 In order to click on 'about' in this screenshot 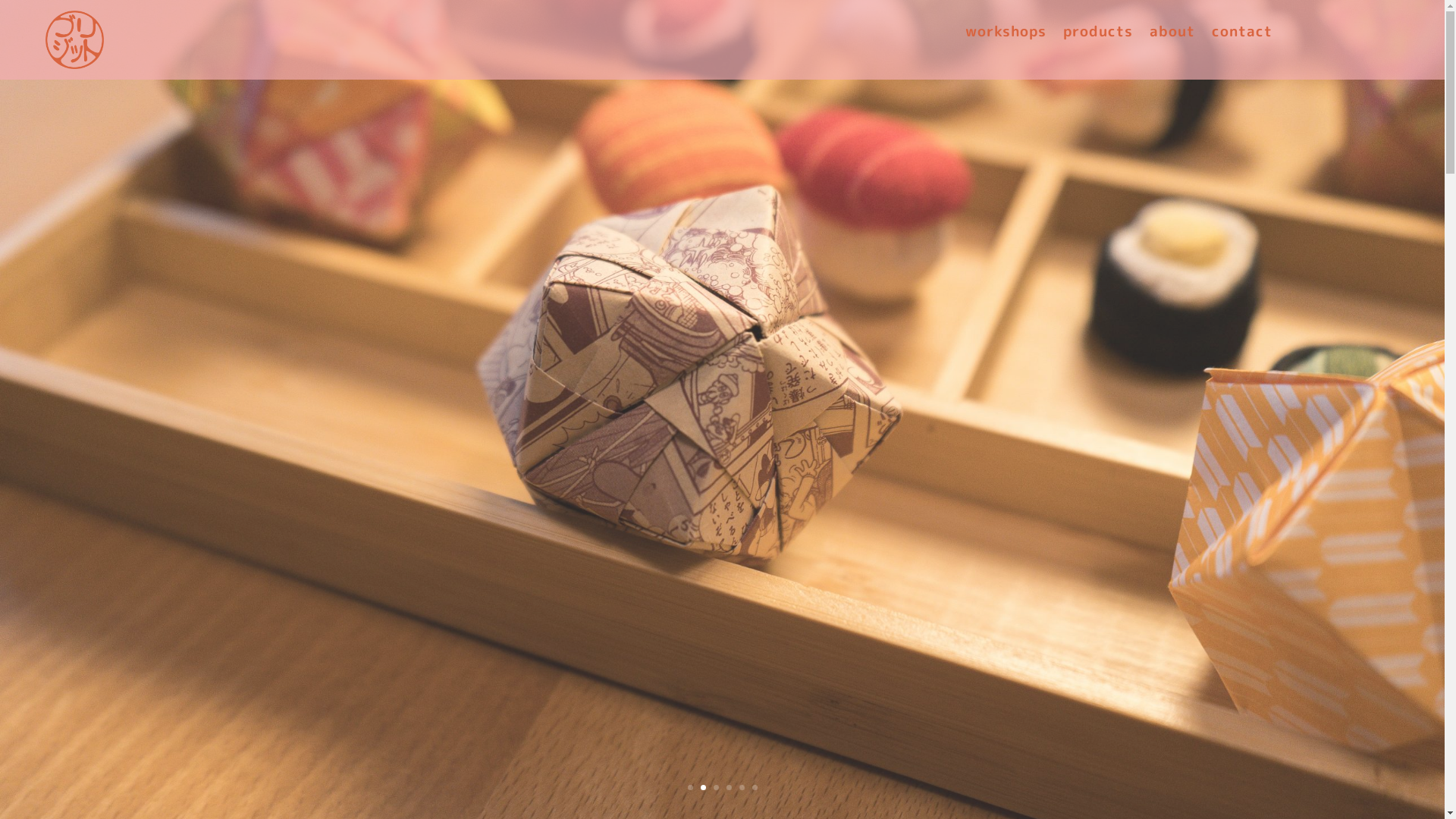, I will do `click(1171, 34)`.